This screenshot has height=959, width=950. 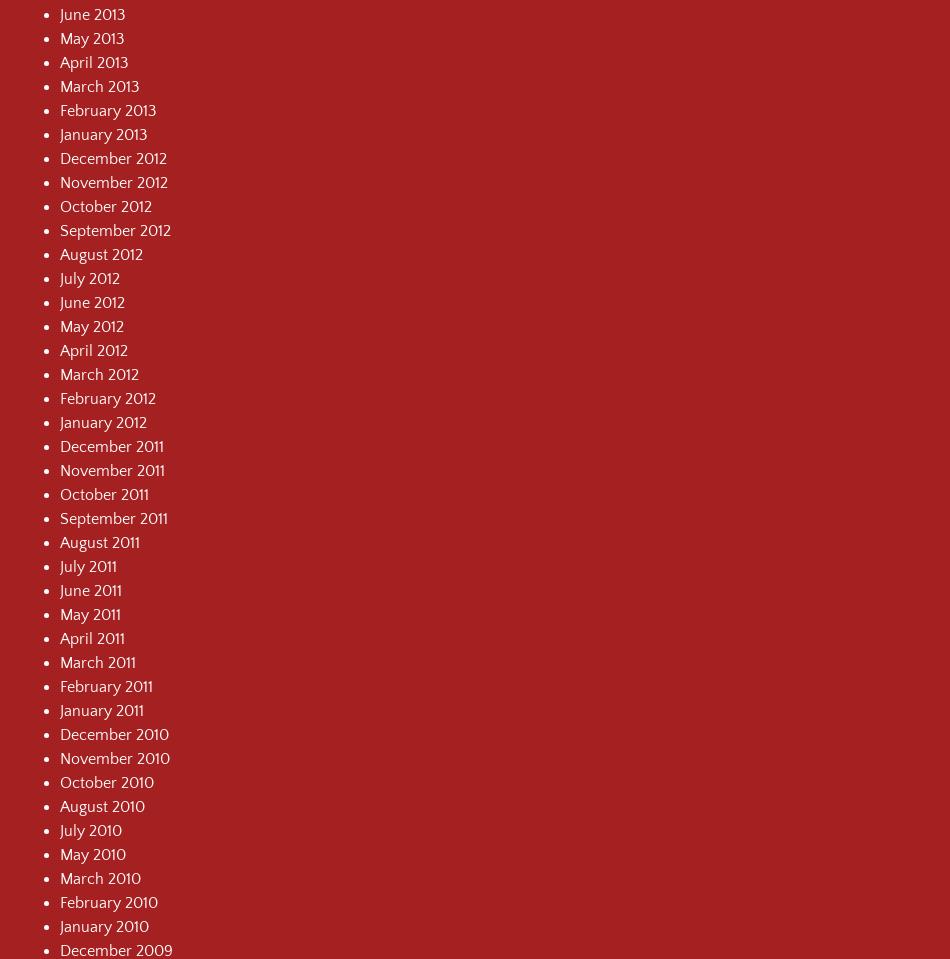 What do you see at coordinates (112, 469) in the screenshot?
I see `'November 2011'` at bounding box center [112, 469].